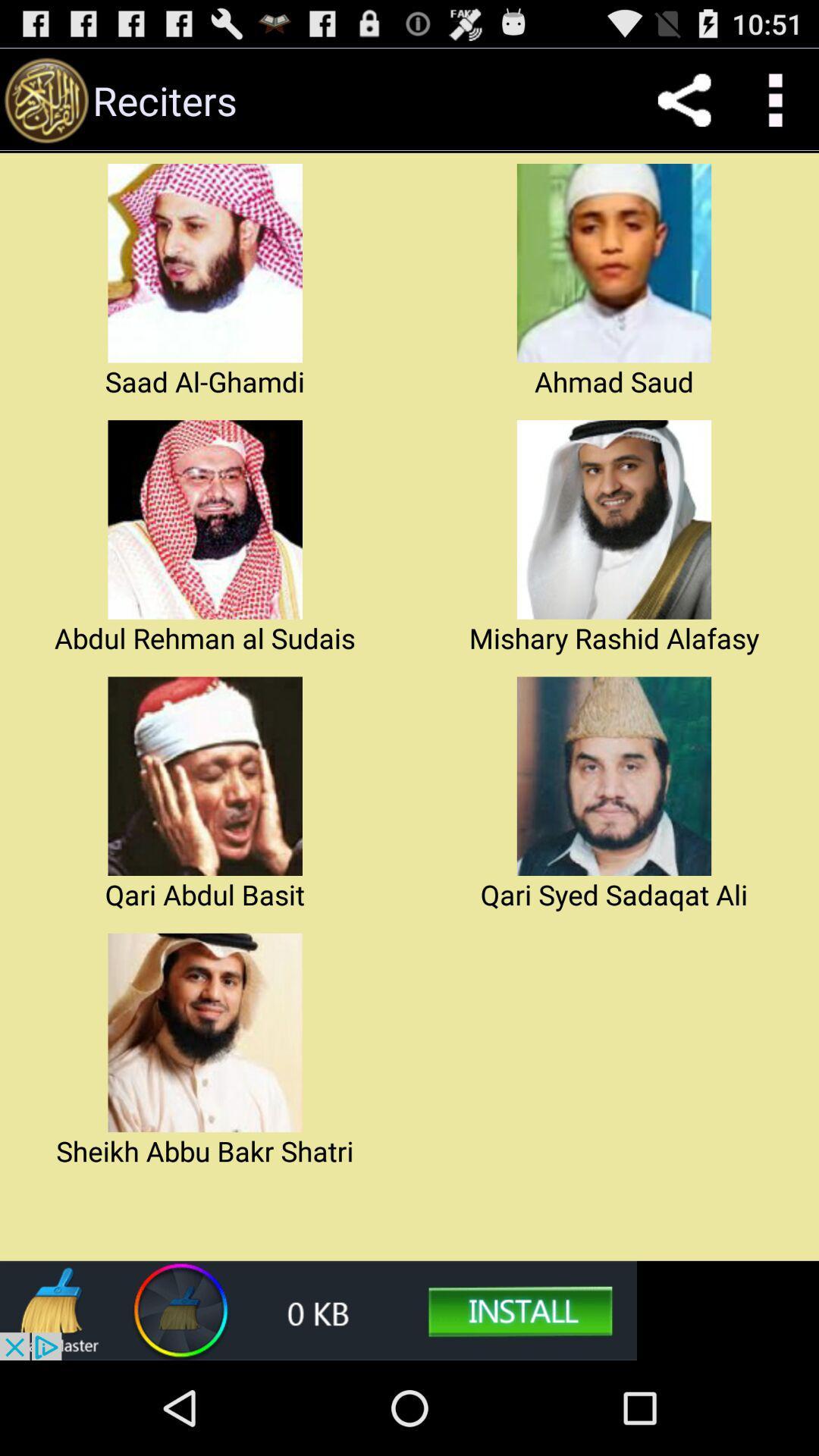 This screenshot has height=1456, width=819. Describe the element at coordinates (318, 1310) in the screenshot. I see `clean option` at that location.